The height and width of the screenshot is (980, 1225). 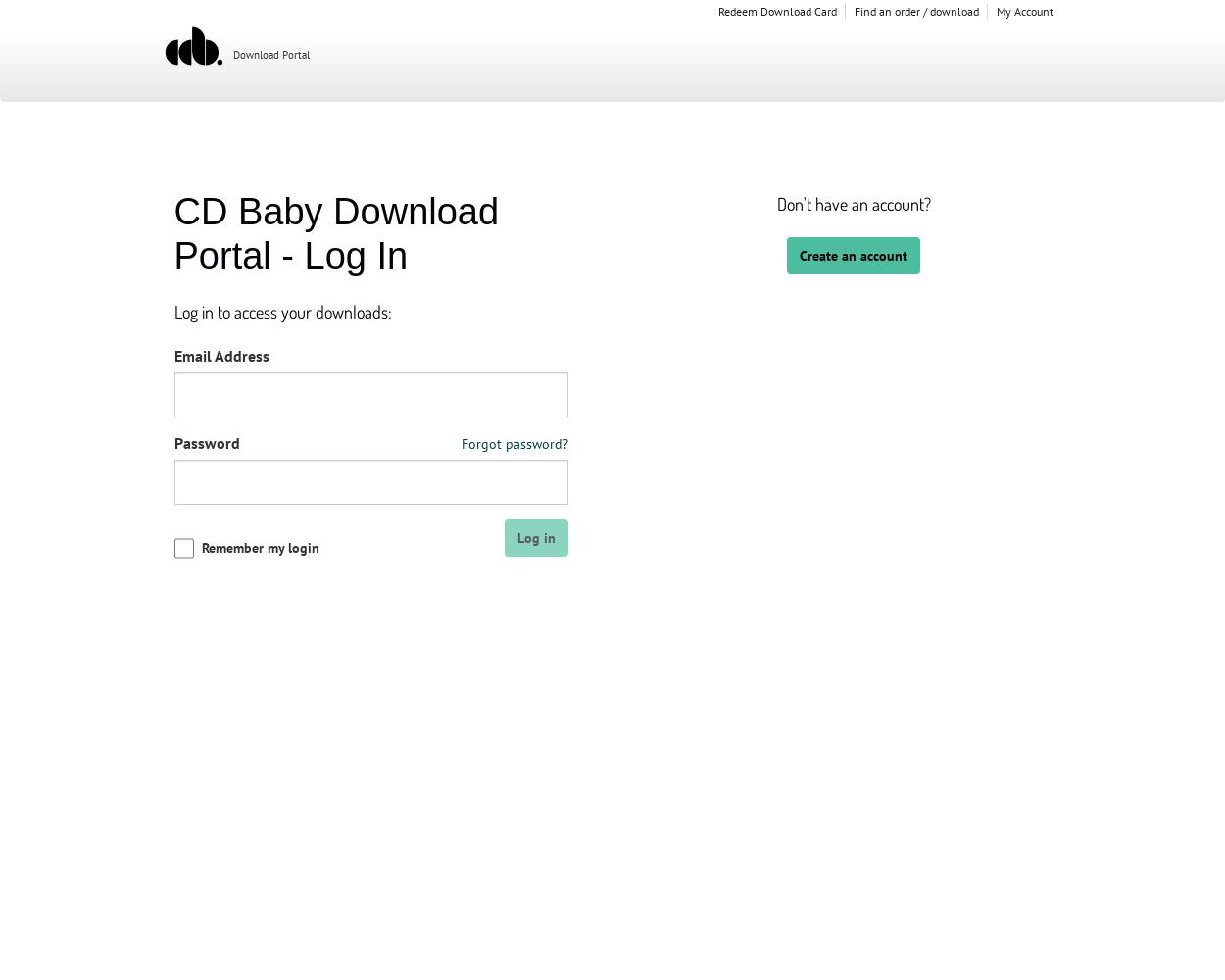 What do you see at coordinates (776, 11) in the screenshot?
I see `'Redeem Download Card'` at bounding box center [776, 11].